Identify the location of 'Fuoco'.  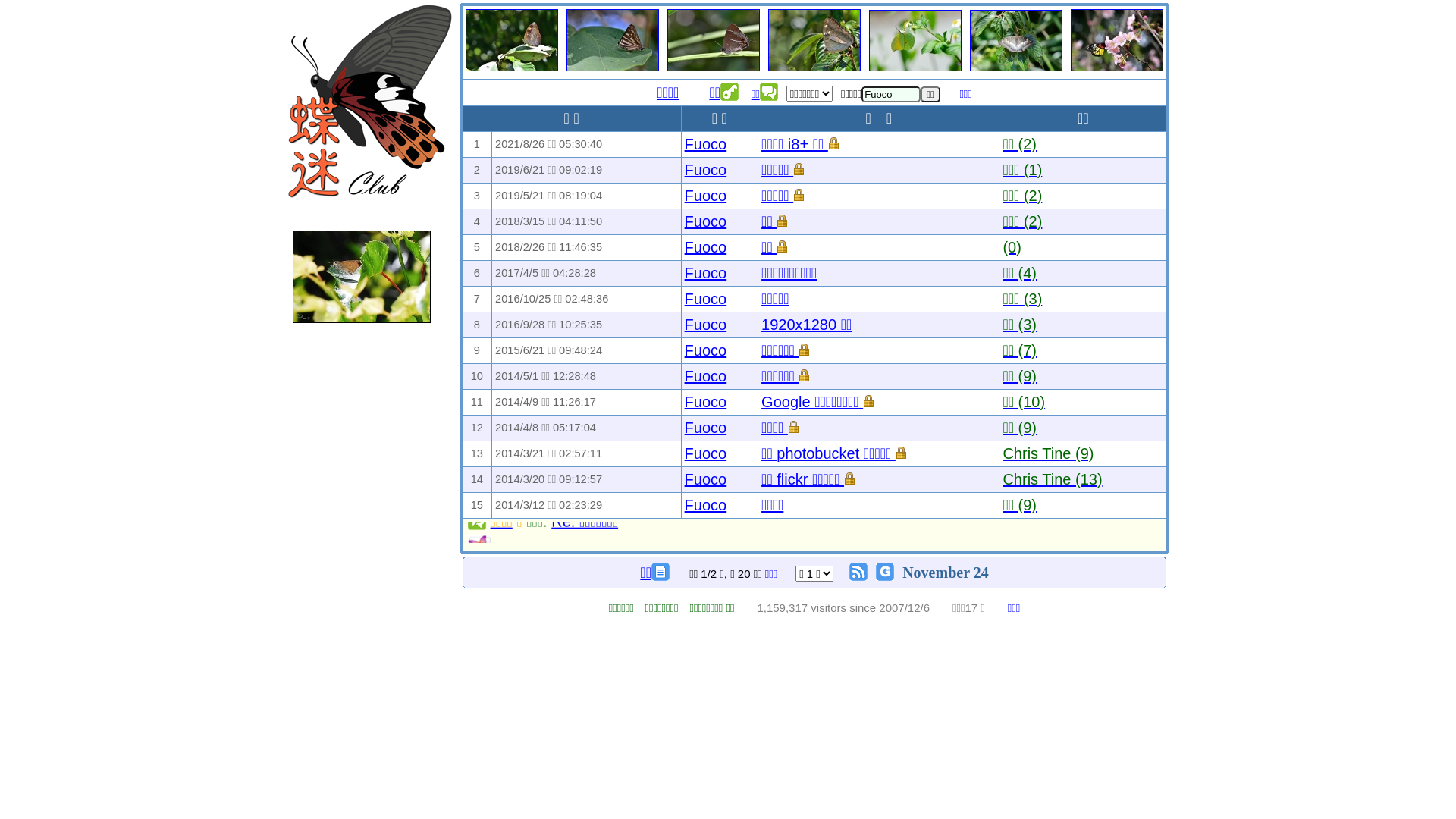
(705, 221).